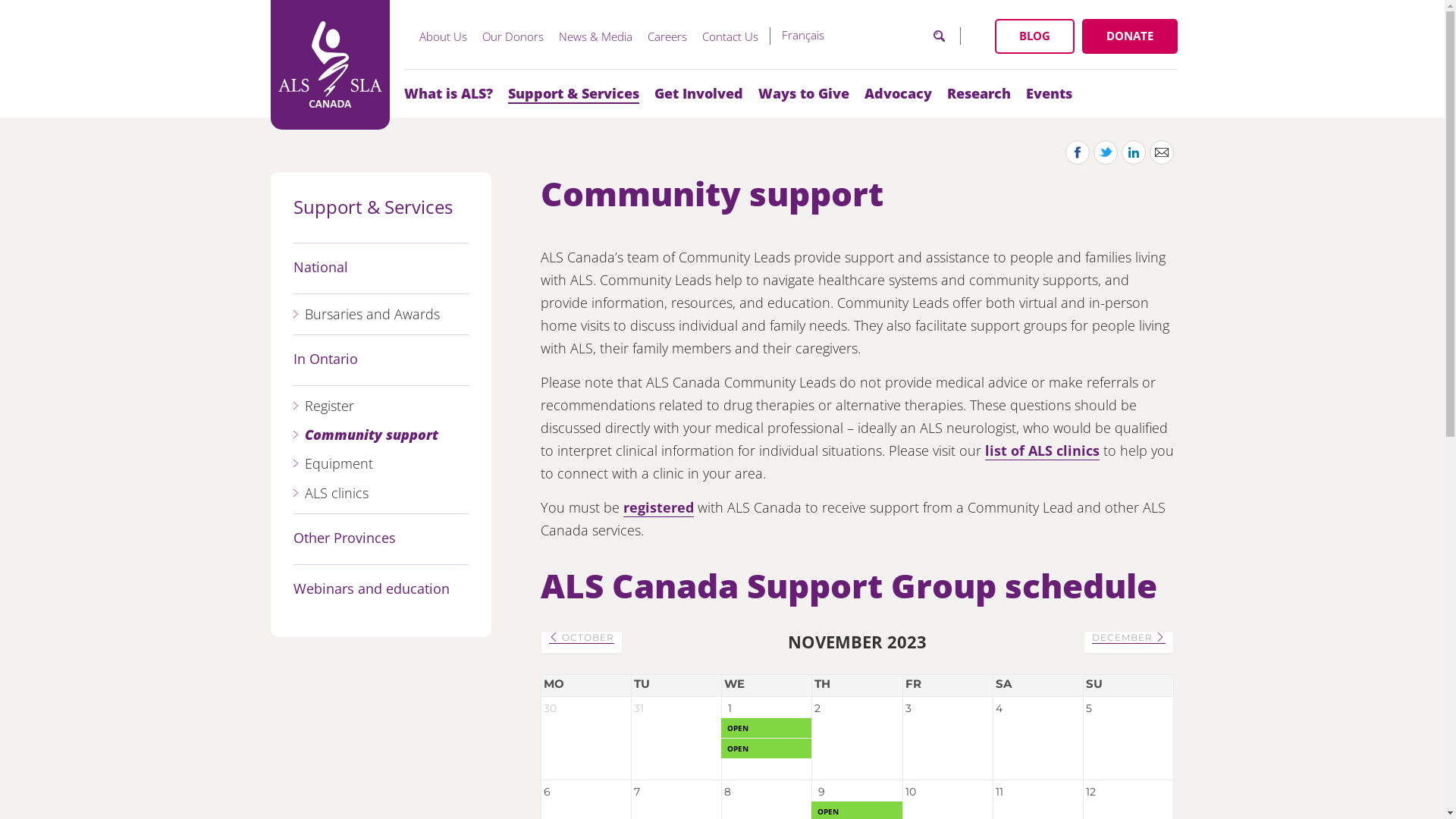  What do you see at coordinates (1034, 35) in the screenshot?
I see `'BLOG'` at bounding box center [1034, 35].